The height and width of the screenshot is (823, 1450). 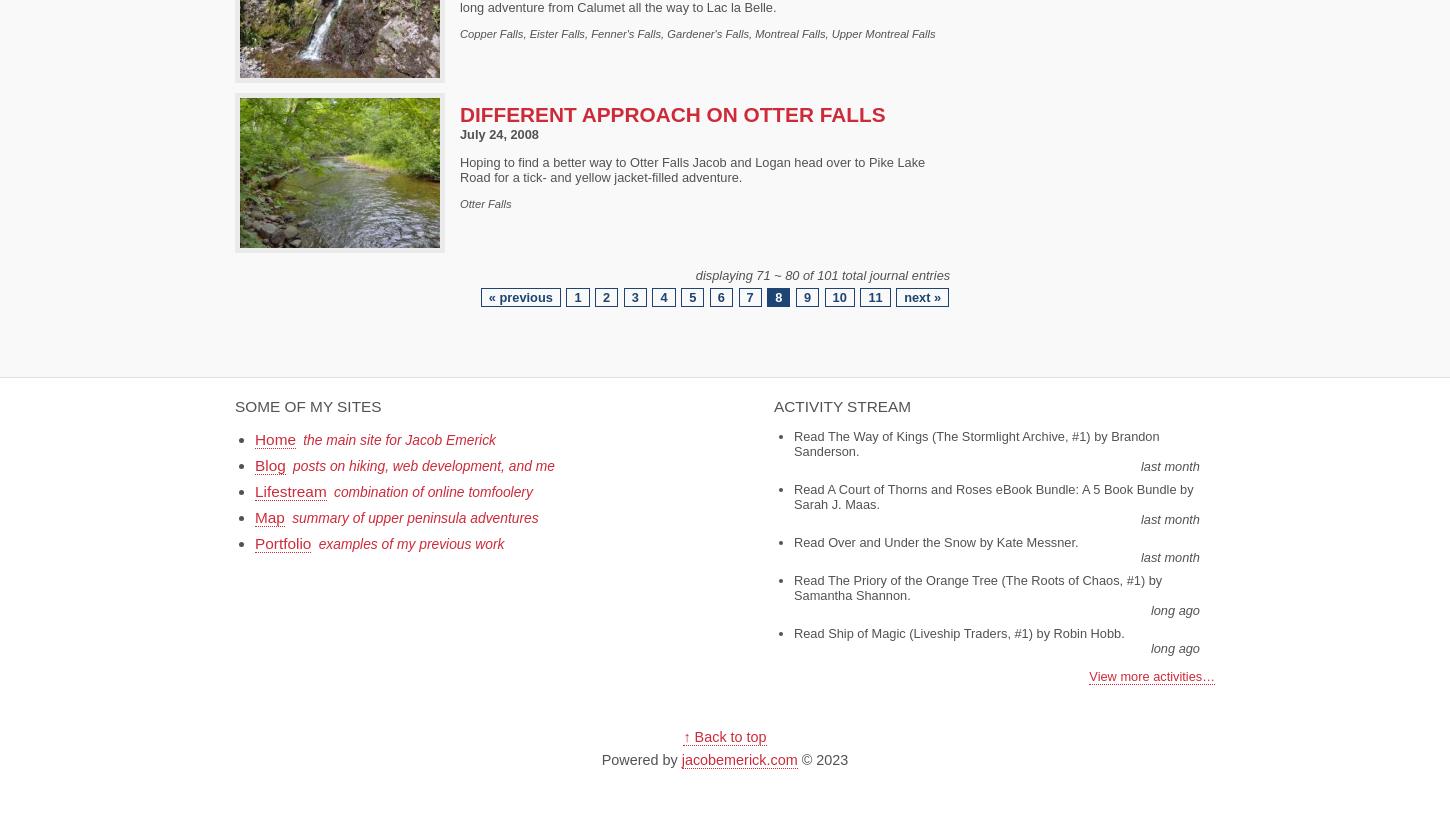 I want to click on 'Read Ship of Magic (Liveship Traders, #1) by Robin Hobb.', so click(x=958, y=631).